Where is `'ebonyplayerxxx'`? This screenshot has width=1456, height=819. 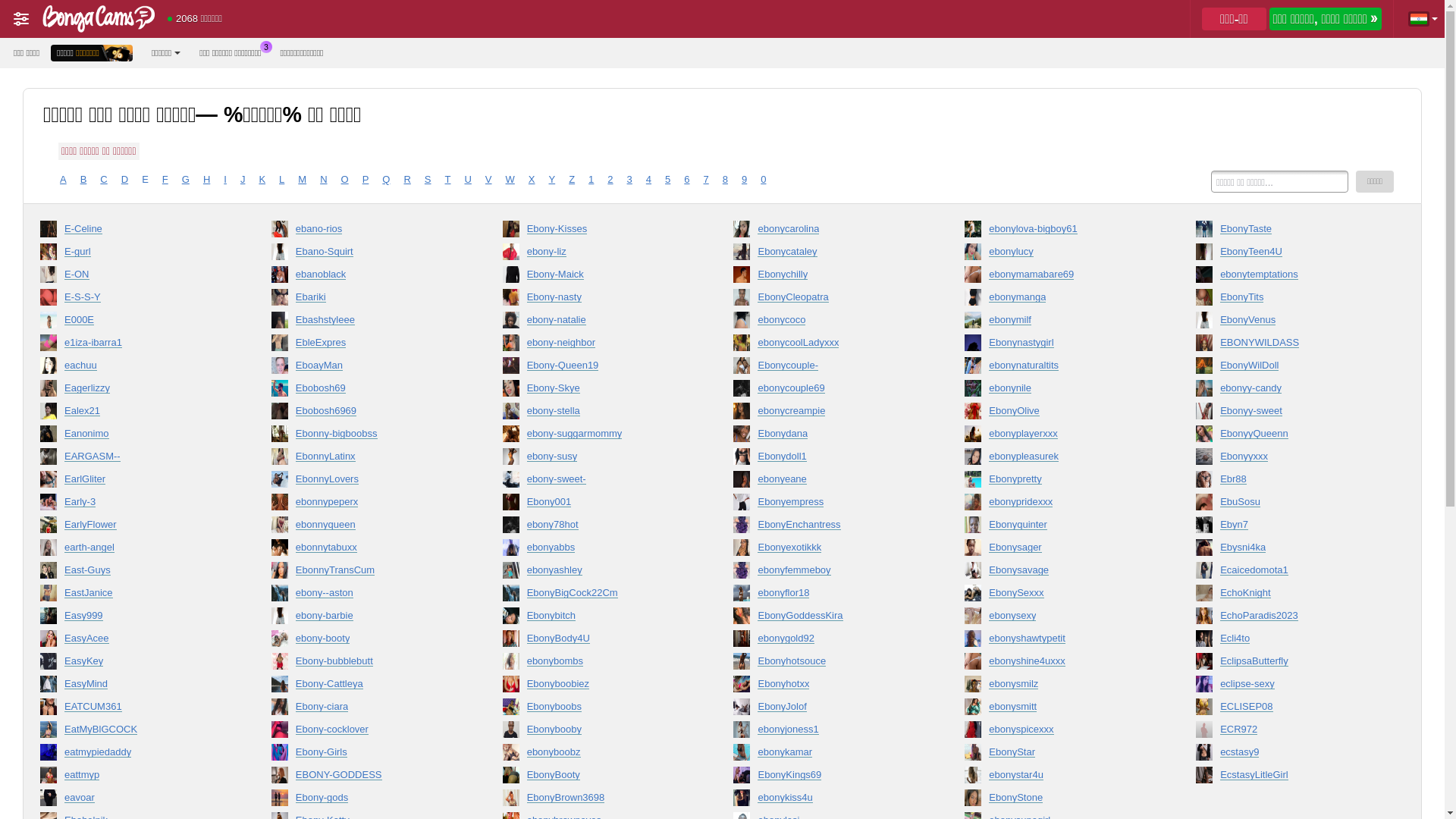
'ebonyplayerxxx' is located at coordinates (1058, 436).